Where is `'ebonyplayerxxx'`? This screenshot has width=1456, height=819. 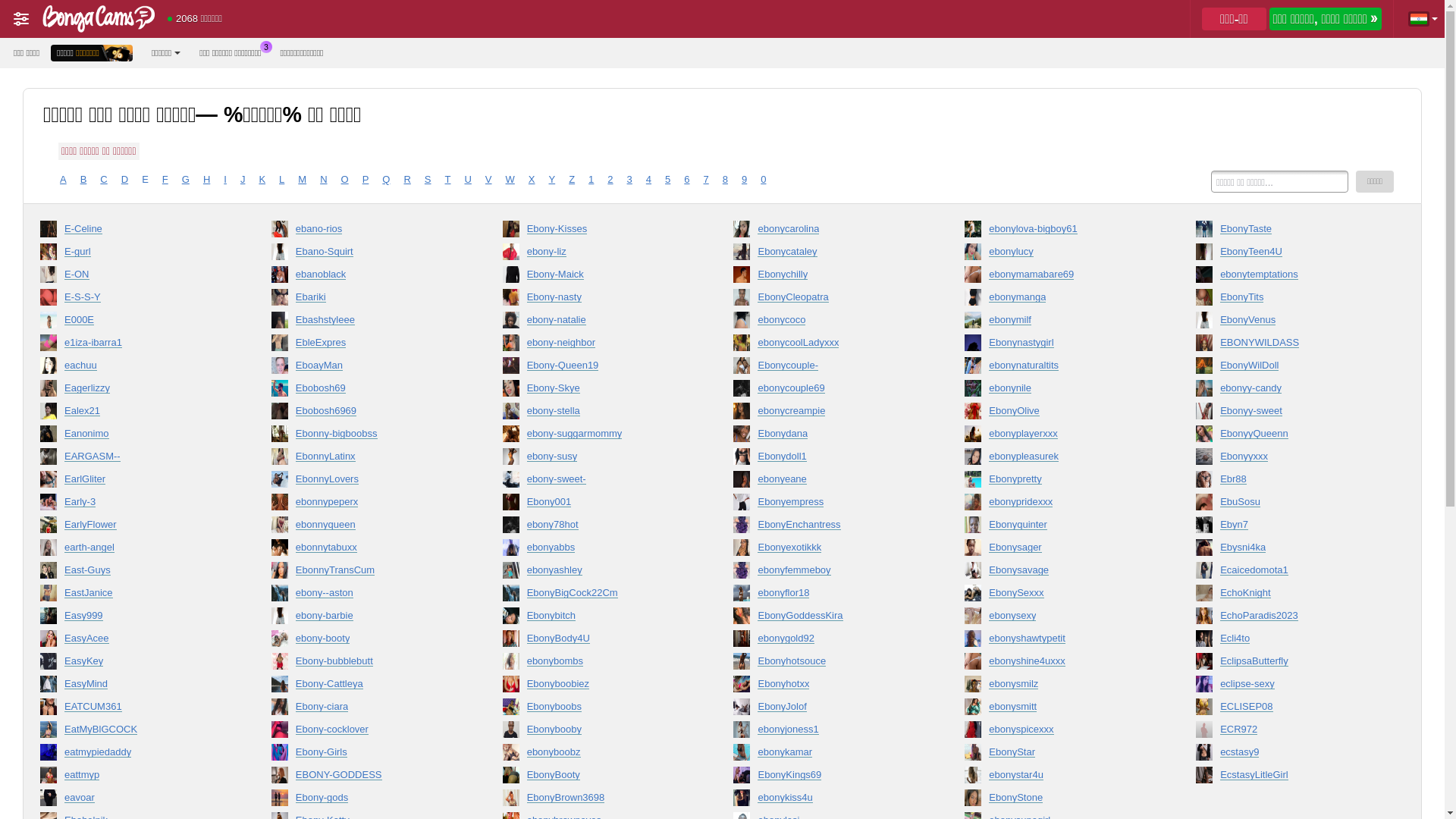
'ebonyplayerxxx' is located at coordinates (1058, 436).